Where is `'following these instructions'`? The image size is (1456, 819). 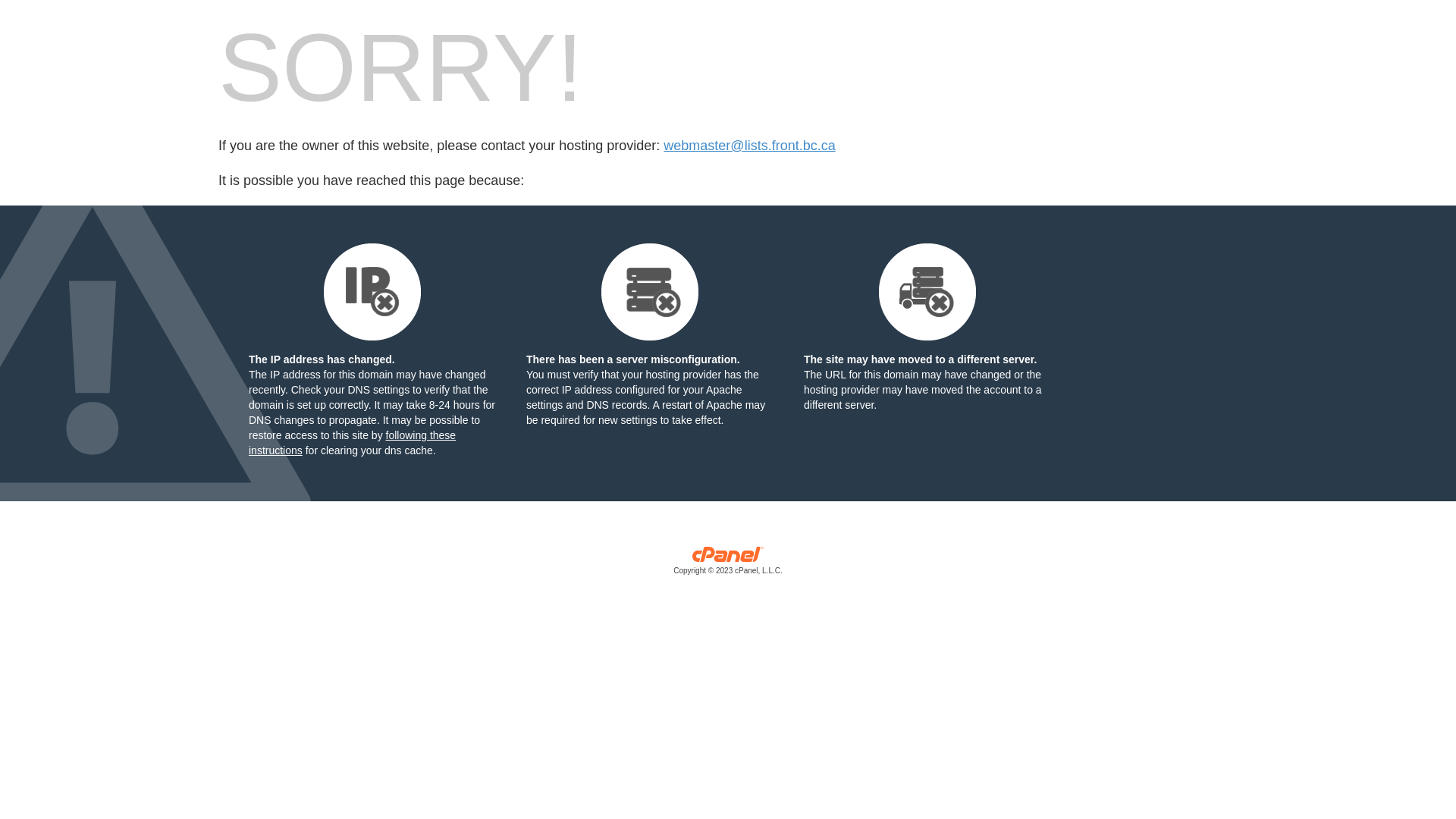 'following these instructions' is located at coordinates (351, 442).